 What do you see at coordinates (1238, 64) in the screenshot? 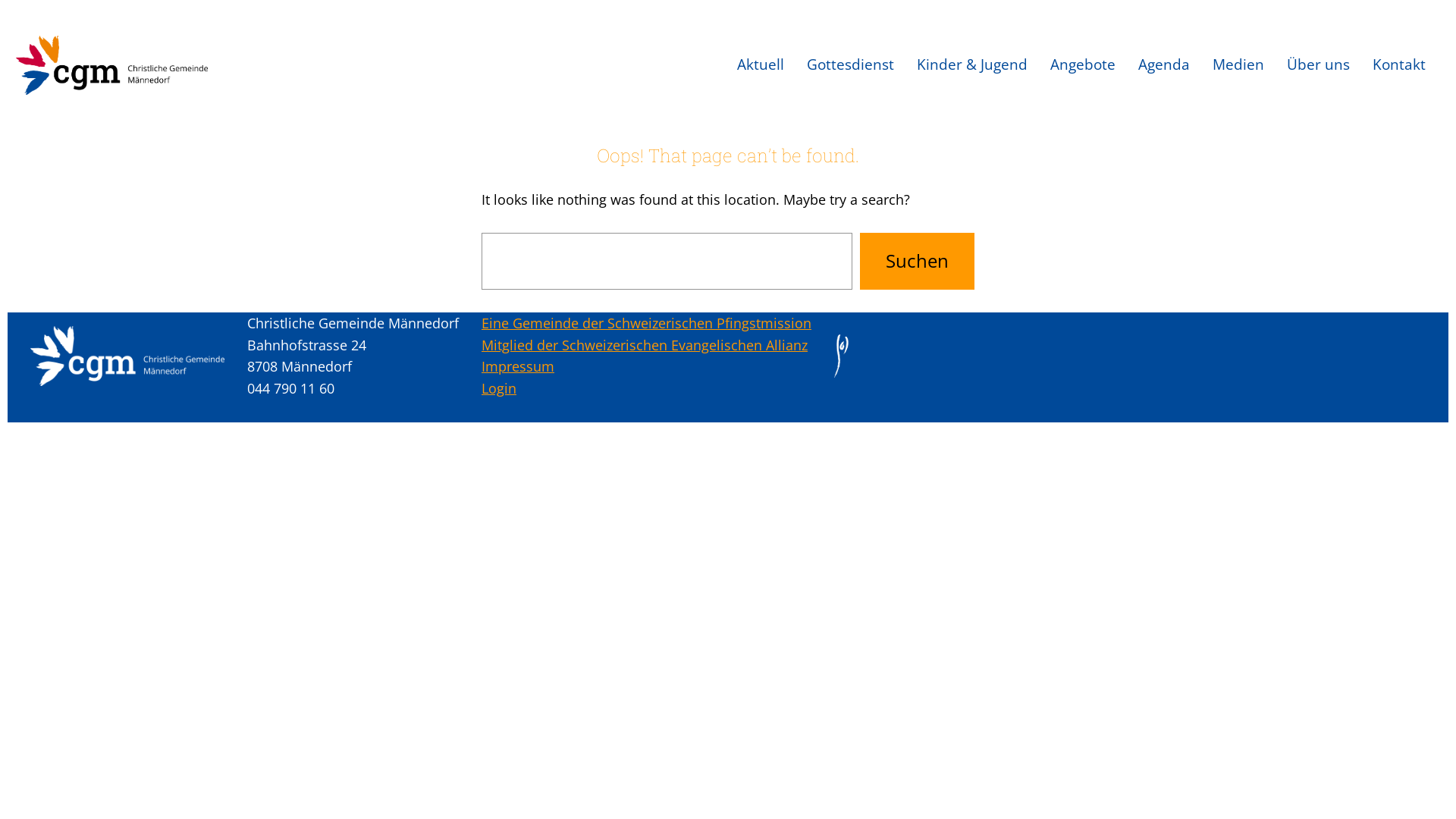
I see `'Medien'` at bounding box center [1238, 64].